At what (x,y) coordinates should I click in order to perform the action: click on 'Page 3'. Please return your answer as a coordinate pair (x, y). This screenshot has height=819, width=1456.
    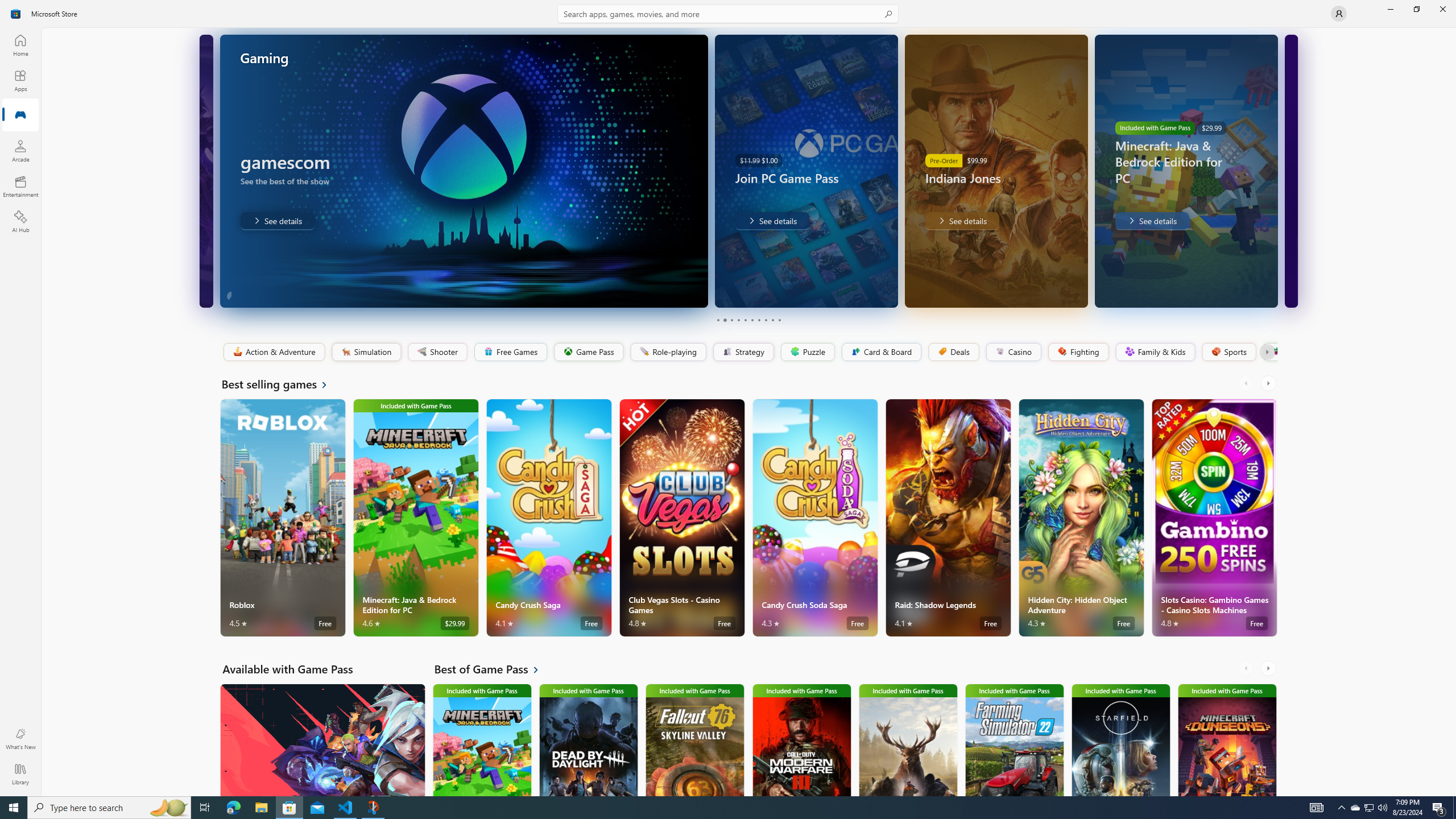
    Looking at the image, I should click on (731, 320).